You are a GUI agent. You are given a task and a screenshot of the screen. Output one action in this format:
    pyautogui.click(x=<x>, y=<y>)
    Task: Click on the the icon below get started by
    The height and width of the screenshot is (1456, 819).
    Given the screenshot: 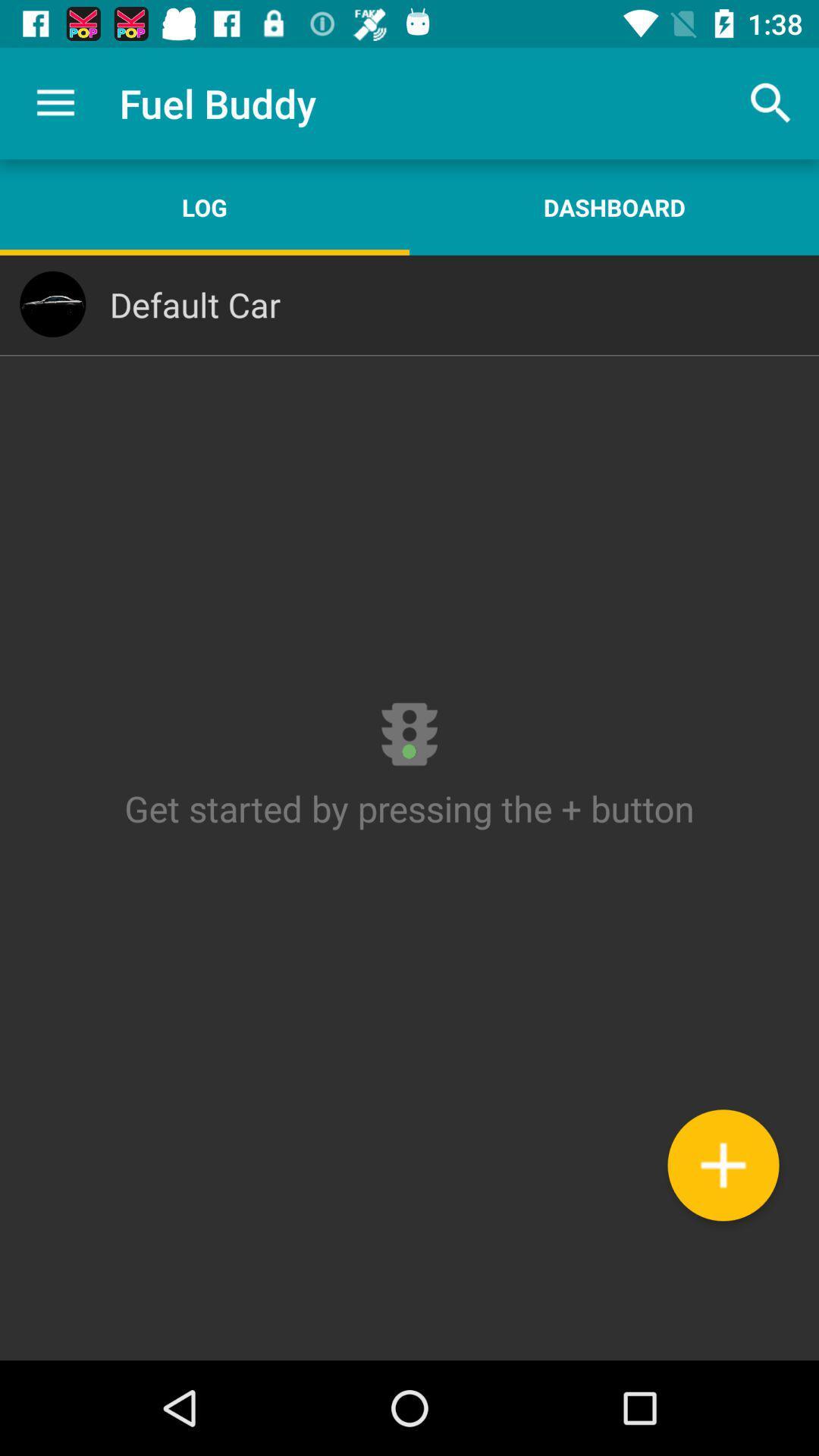 What is the action you would take?
    pyautogui.click(x=722, y=1164)
    